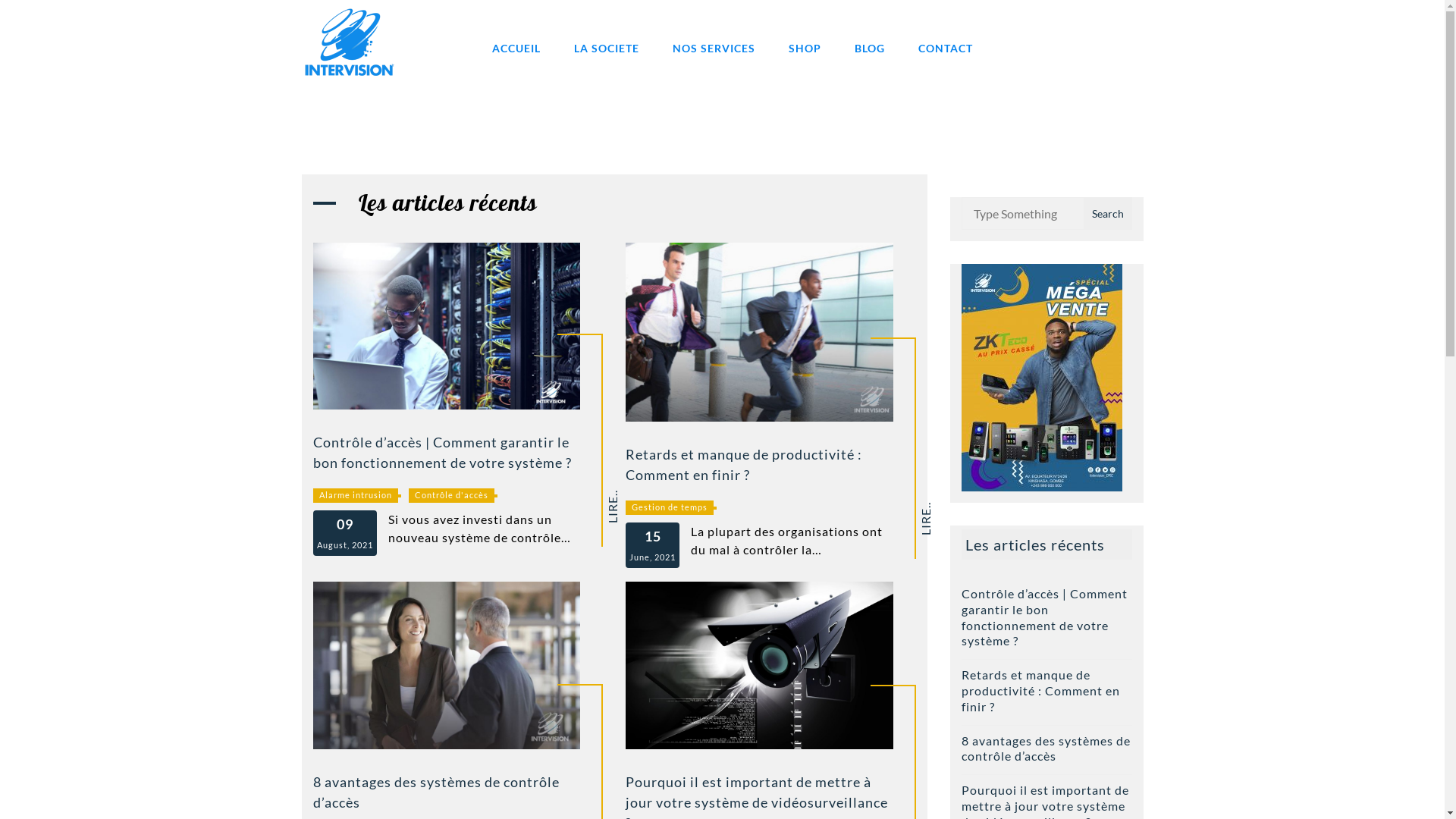 The image size is (1456, 819). I want to click on 'CONTACT', so click(944, 47).